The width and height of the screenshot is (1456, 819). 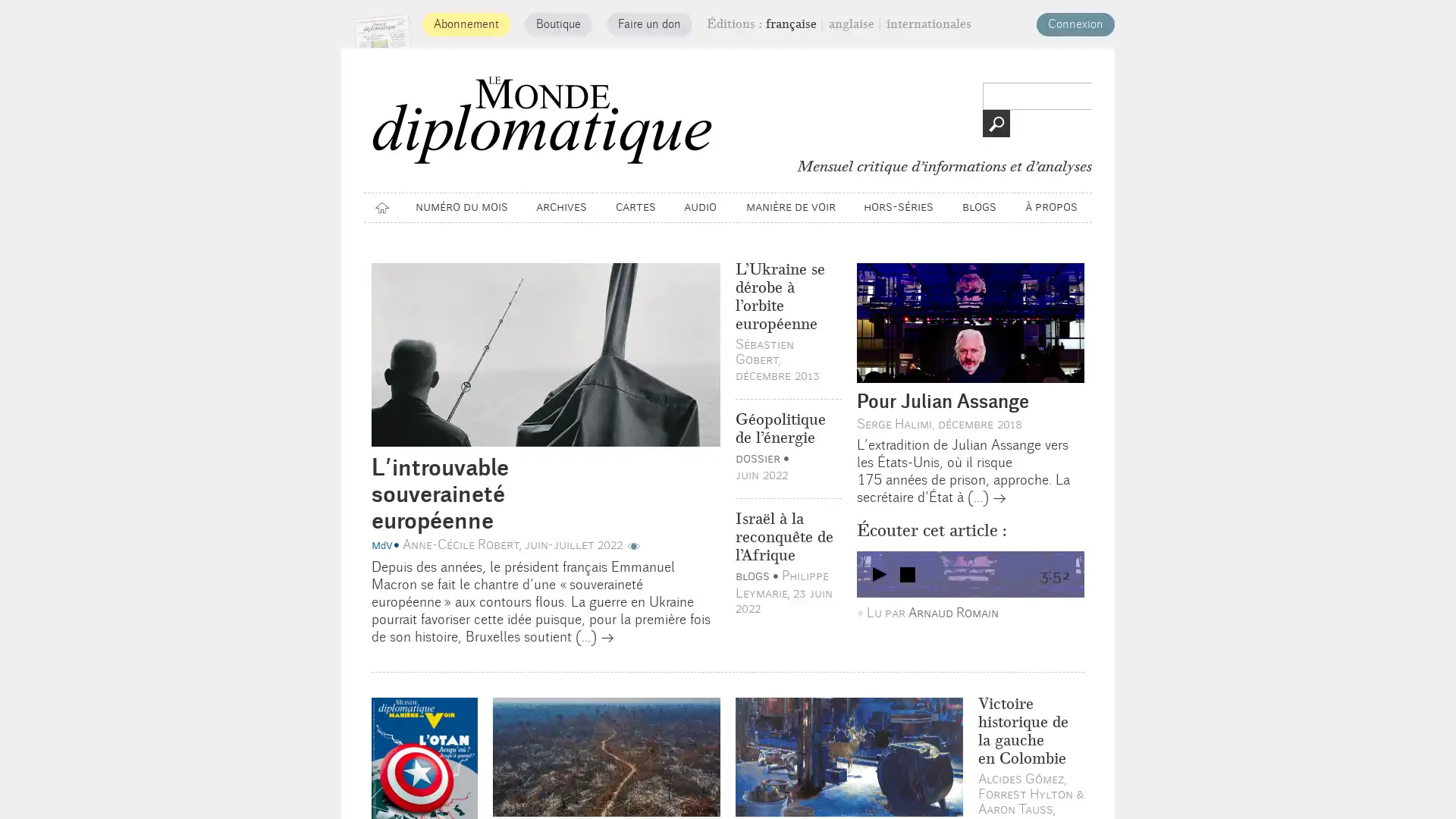 I want to click on play, so click(x=880, y=573).